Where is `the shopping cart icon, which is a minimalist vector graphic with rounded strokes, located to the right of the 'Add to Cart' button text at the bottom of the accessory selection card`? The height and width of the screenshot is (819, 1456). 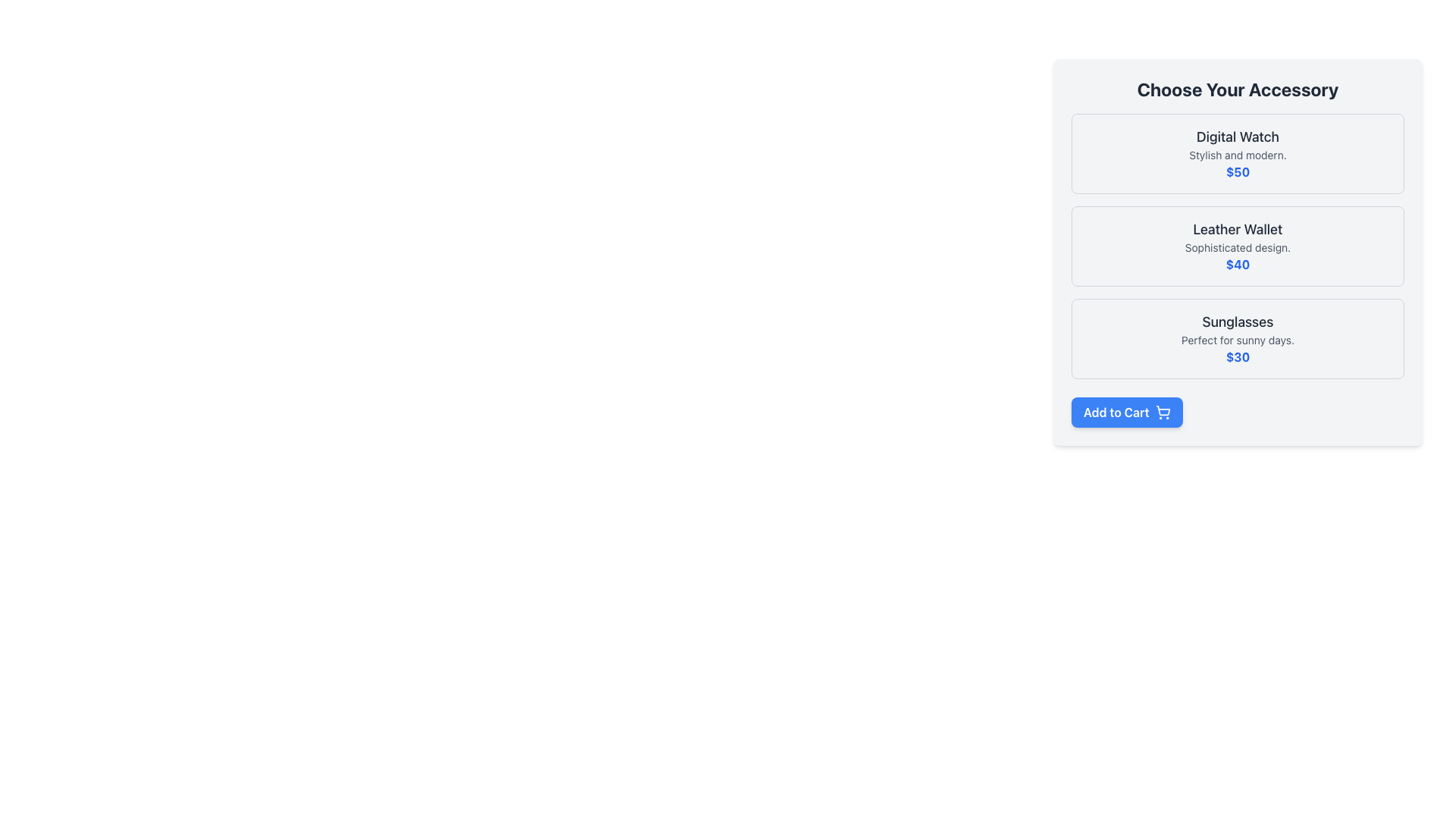
the shopping cart icon, which is a minimalist vector graphic with rounded strokes, located to the right of the 'Add to Cart' button text at the bottom of the accessory selection card is located at coordinates (1162, 412).